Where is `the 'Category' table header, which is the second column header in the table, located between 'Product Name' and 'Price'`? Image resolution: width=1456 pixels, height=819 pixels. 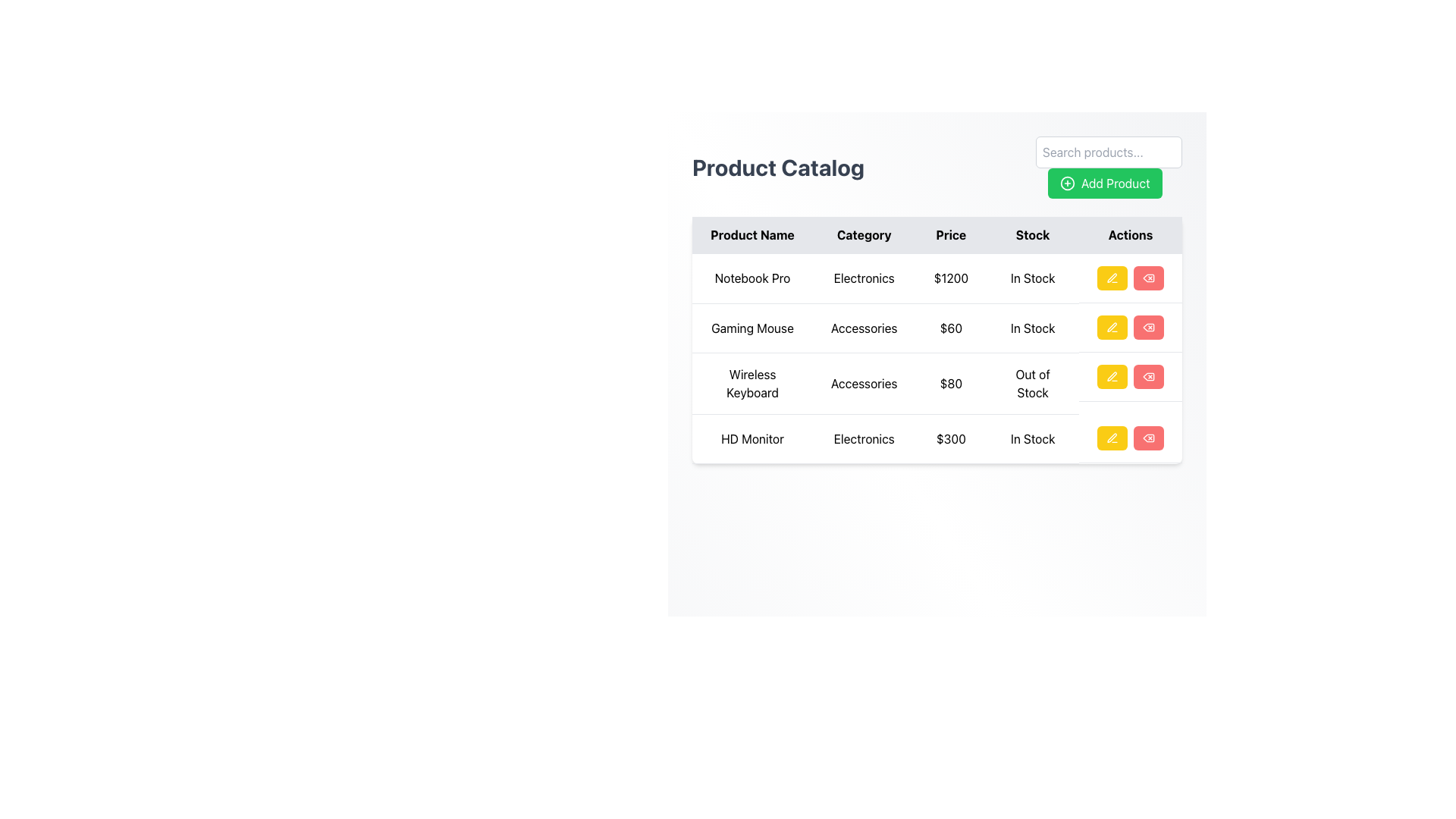
the 'Category' table header, which is the second column header in the table, located between 'Product Name' and 'Price' is located at coordinates (864, 235).